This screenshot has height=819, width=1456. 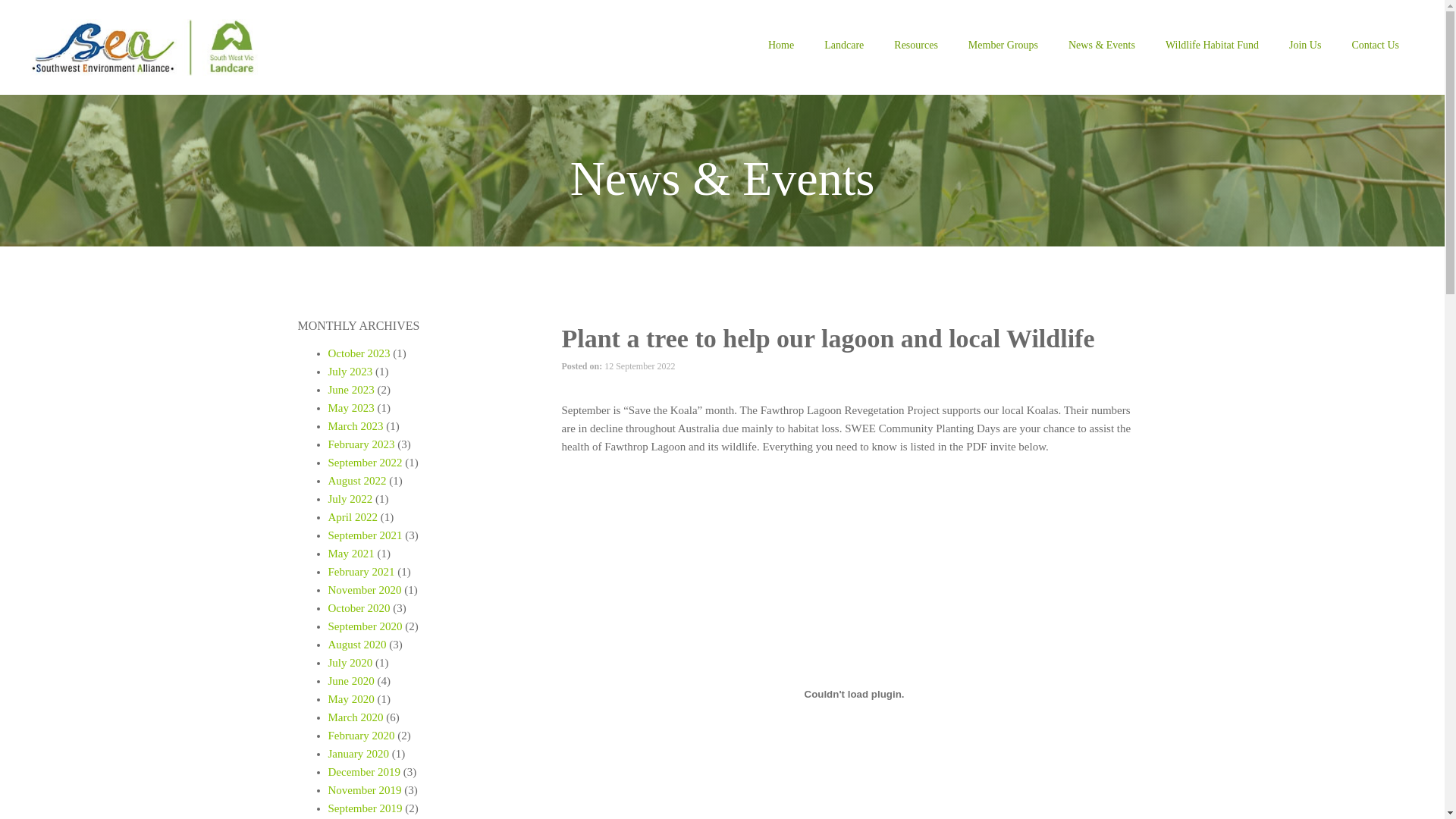 What do you see at coordinates (359, 444) in the screenshot?
I see `'February 2023'` at bounding box center [359, 444].